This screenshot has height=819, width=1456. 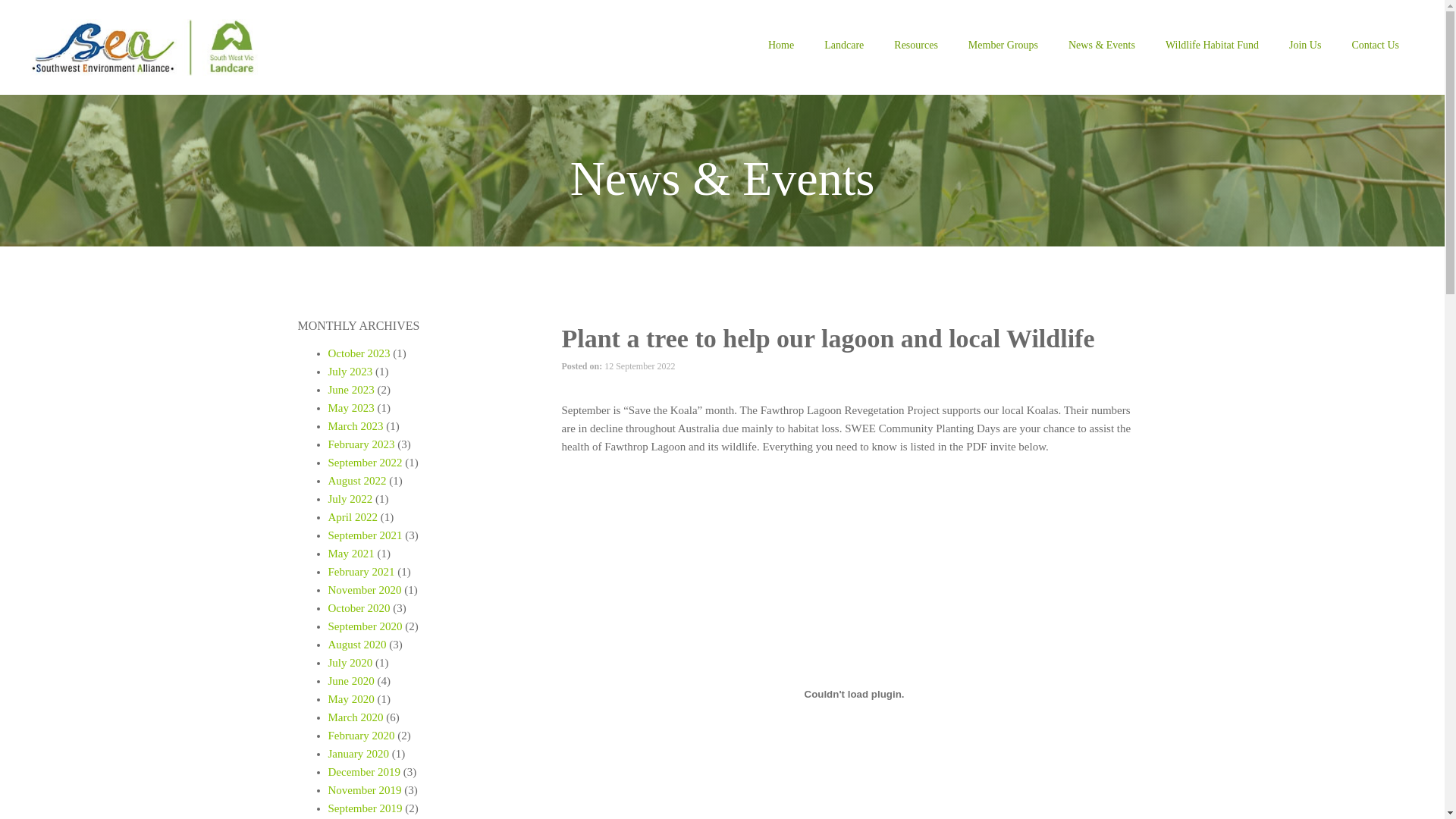 What do you see at coordinates (359, 444) in the screenshot?
I see `'February 2023'` at bounding box center [359, 444].